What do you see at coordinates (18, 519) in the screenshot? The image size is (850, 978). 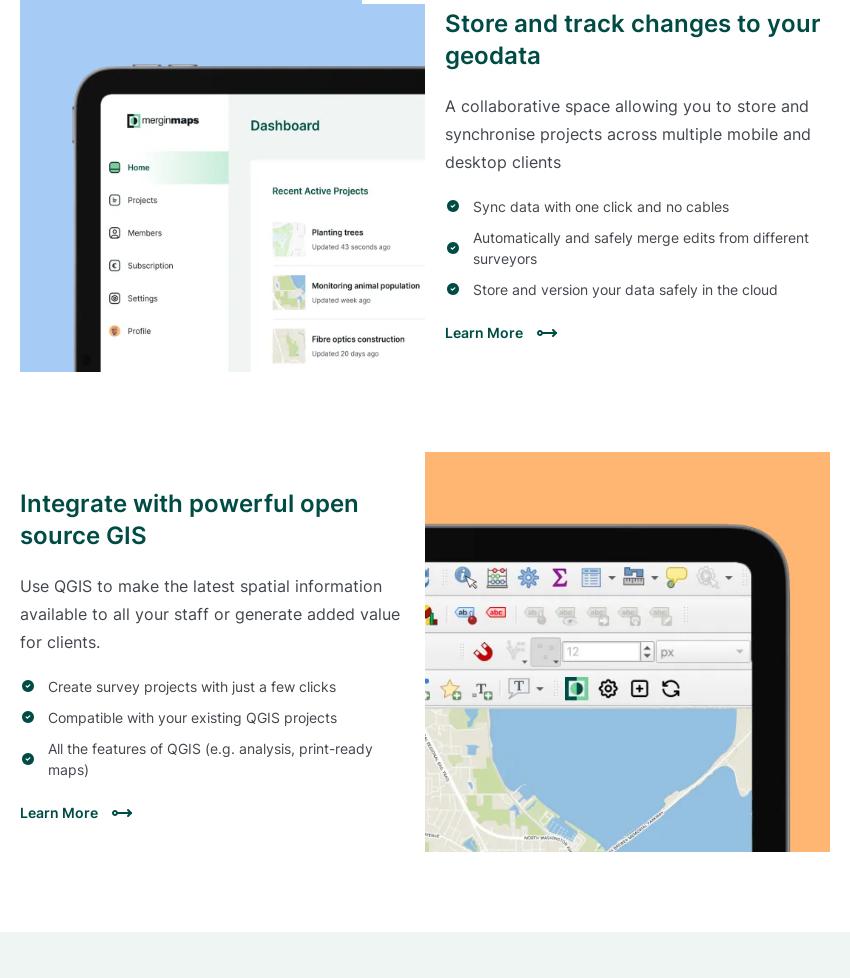 I see `'Integrate with powerful open source GIS'` at bounding box center [18, 519].